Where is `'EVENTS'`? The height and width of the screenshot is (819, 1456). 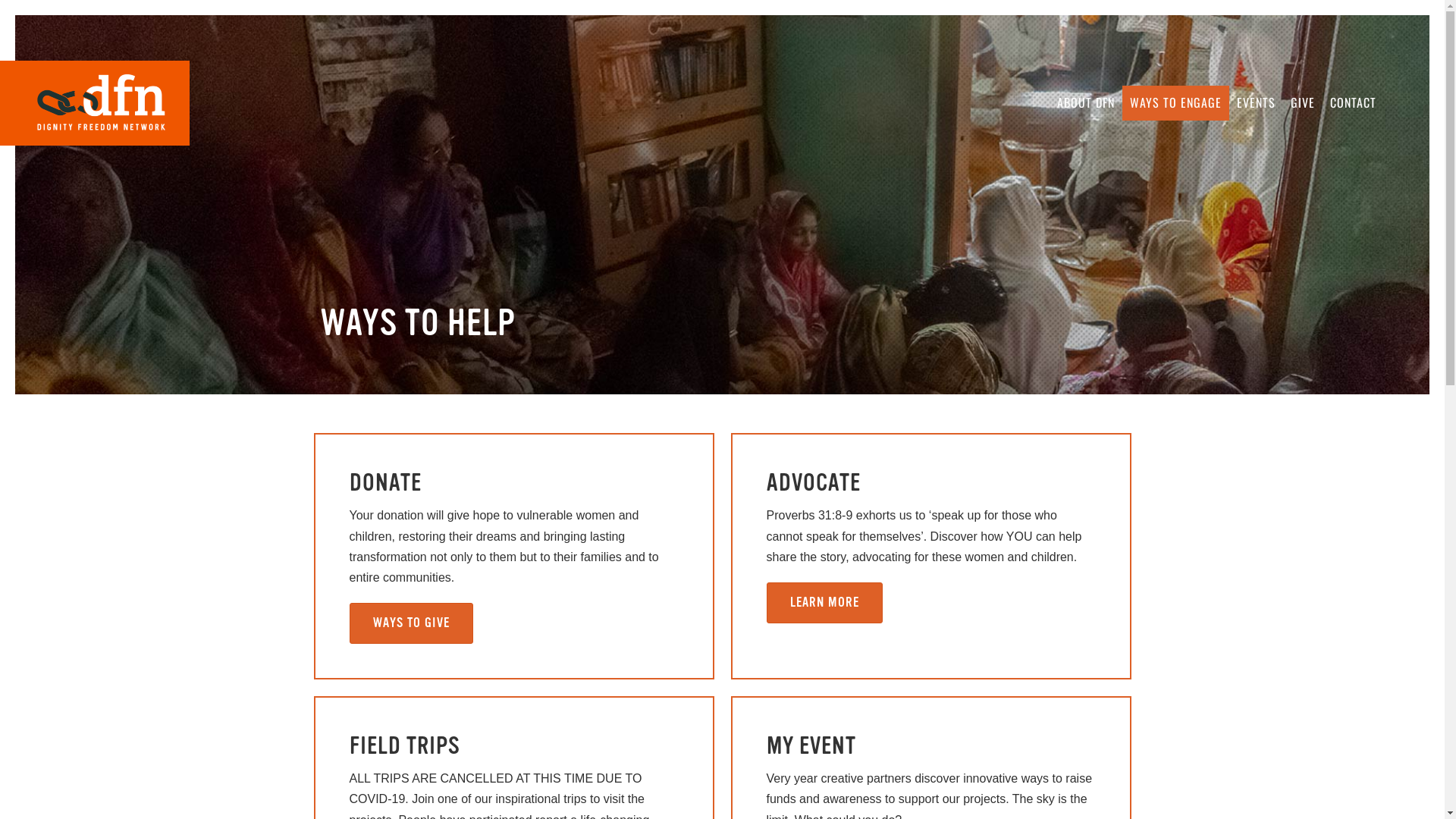 'EVENTS' is located at coordinates (1229, 102).